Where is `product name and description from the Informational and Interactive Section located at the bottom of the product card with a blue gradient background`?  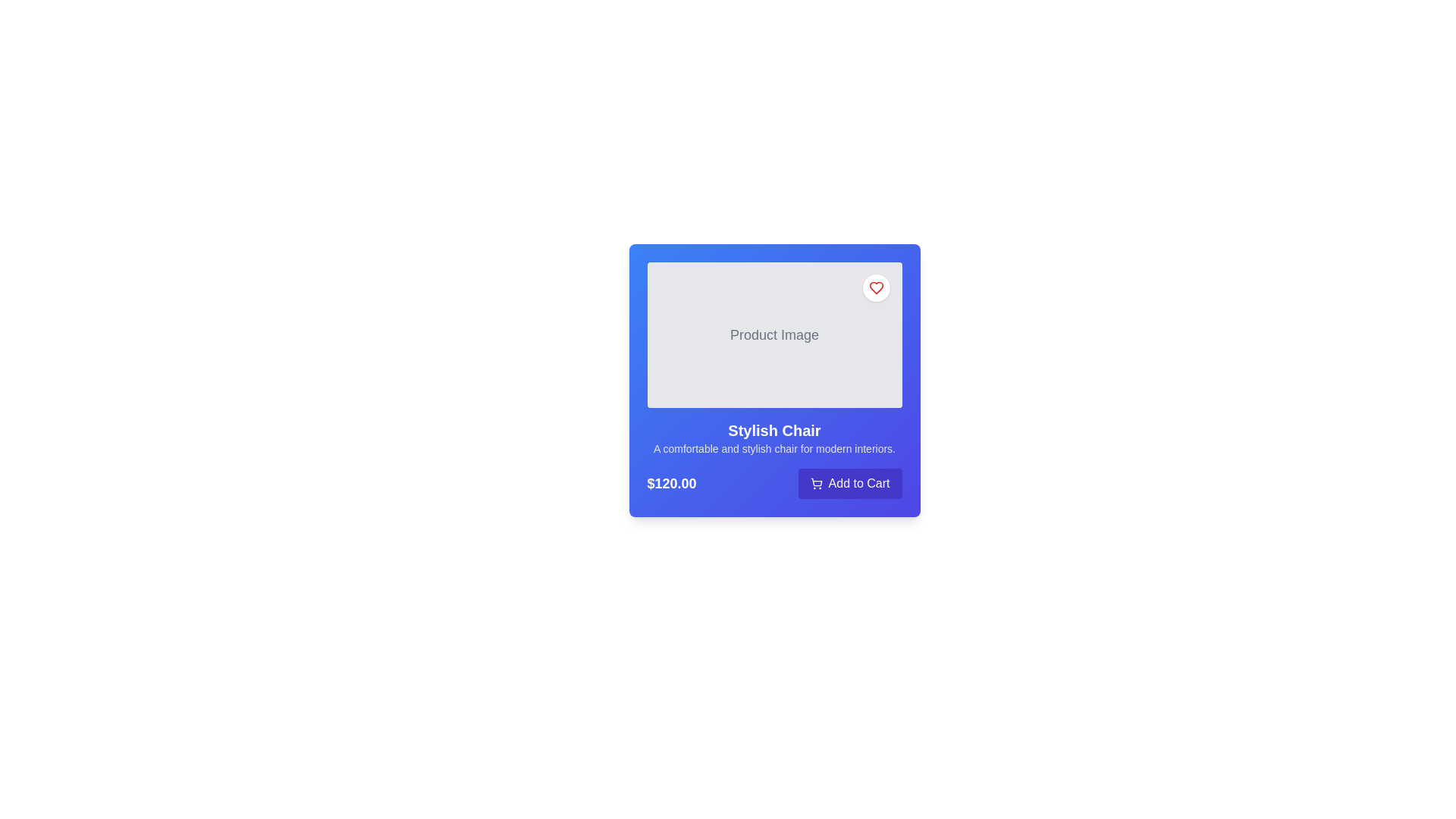
product name and description from the Informational and Interactive Section located at the bottom of the product card with a blue gradient background is located at coordinates (774, 458).